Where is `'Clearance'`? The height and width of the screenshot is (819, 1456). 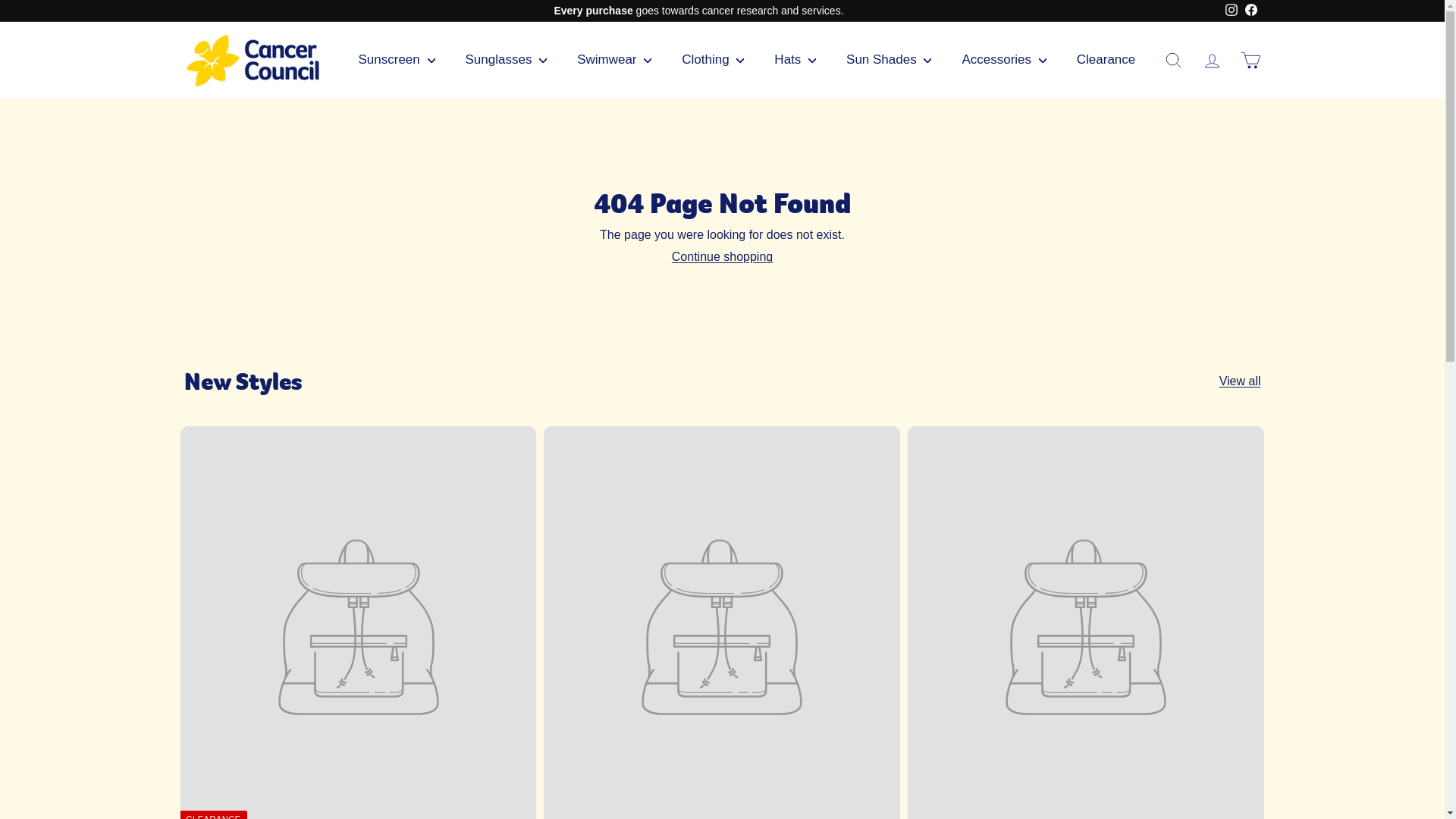 'Clearance' is located at coordinates (1106, 58).